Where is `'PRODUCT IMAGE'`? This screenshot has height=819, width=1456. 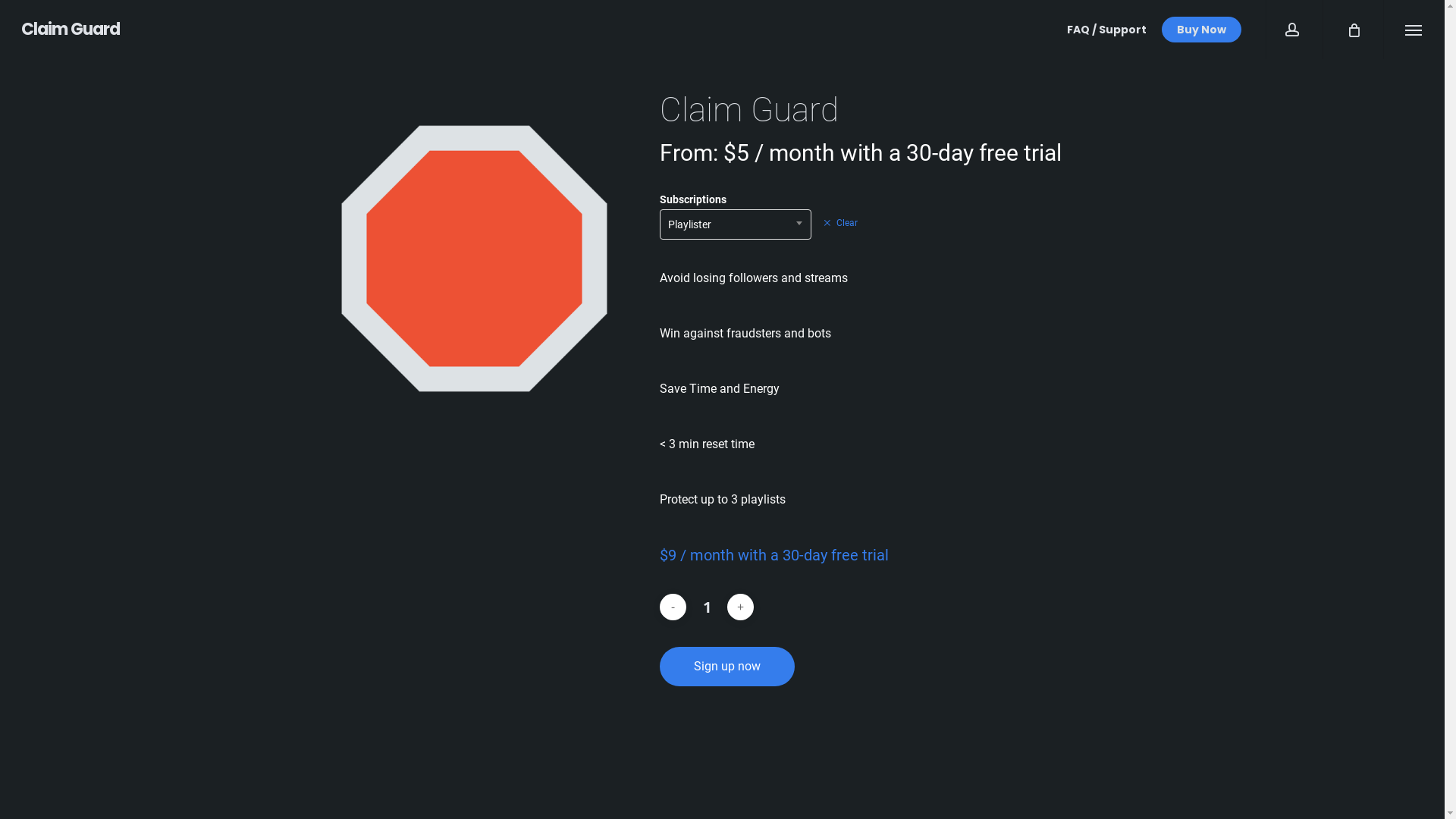
'PRODUCT IMAGE' is located at coordinates (472, 257).